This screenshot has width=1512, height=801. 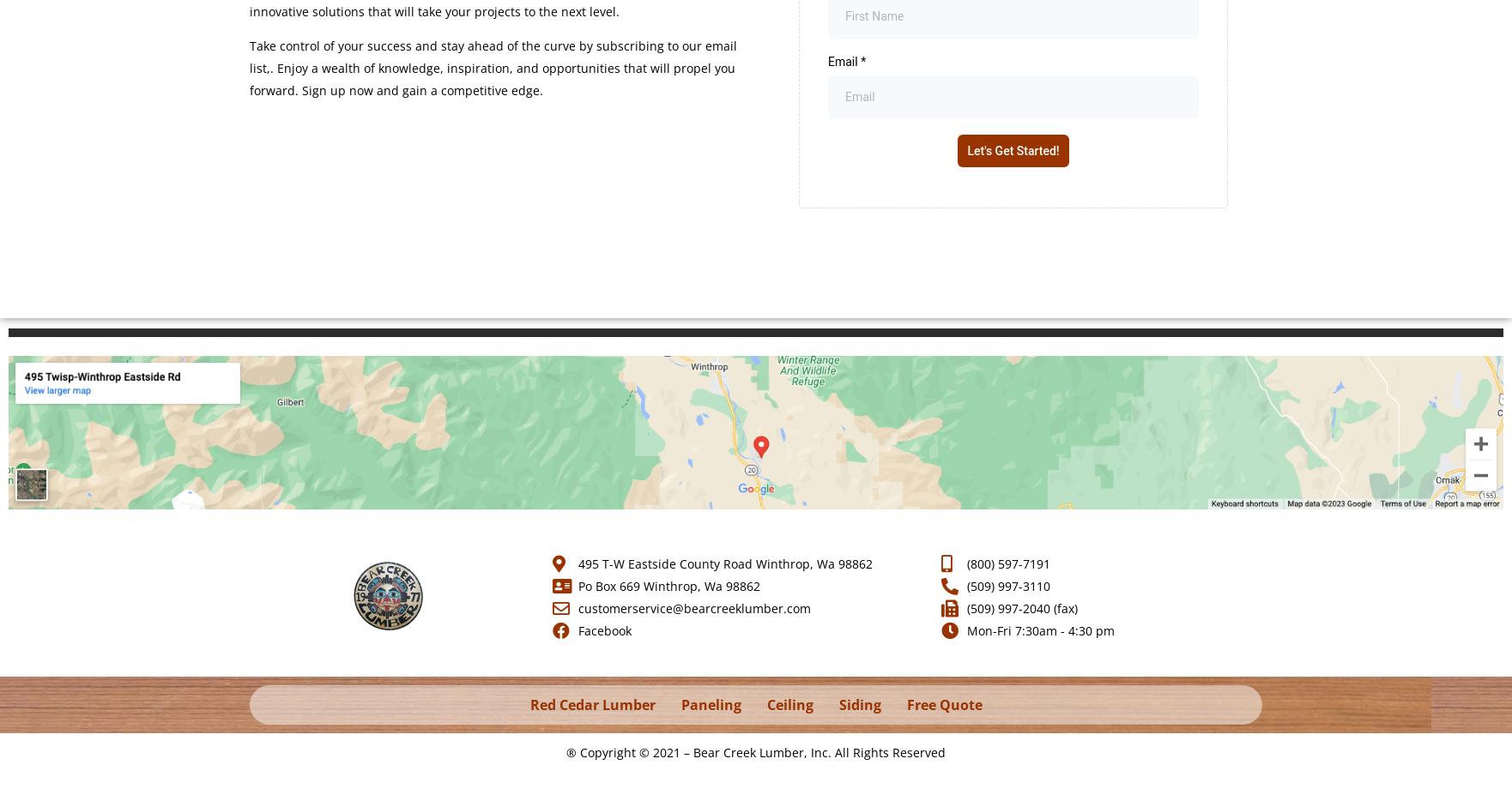 What do you see at coordinates (667, 584) in the screenshot?
I see `'Po Box 669 Winthrop, Wa 98862'` at bounding box center [667, 584].